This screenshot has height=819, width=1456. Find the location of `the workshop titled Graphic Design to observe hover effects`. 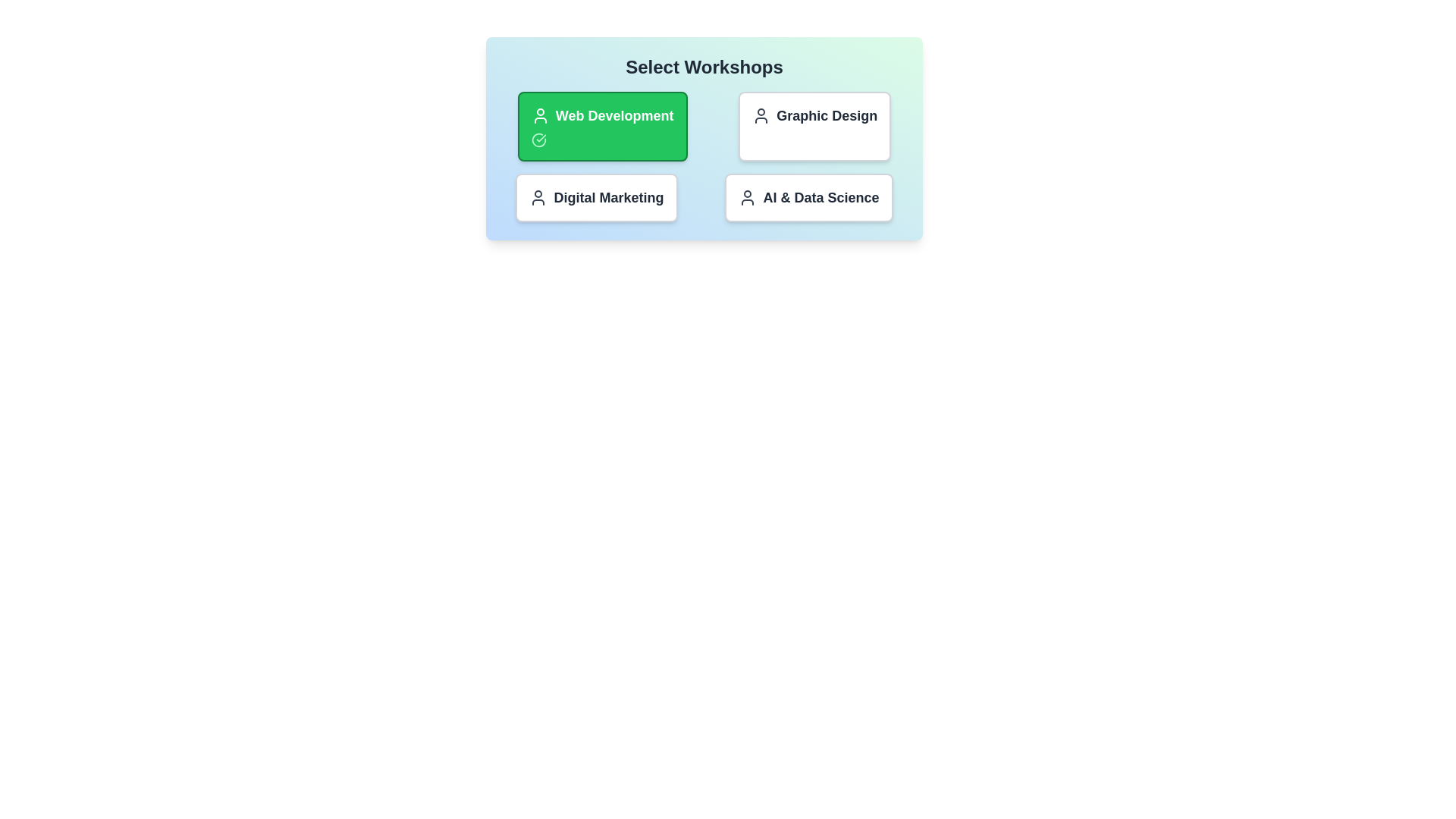

the workshop titled Graphic Design to observe hover effects is located at coordinates (814, 125).